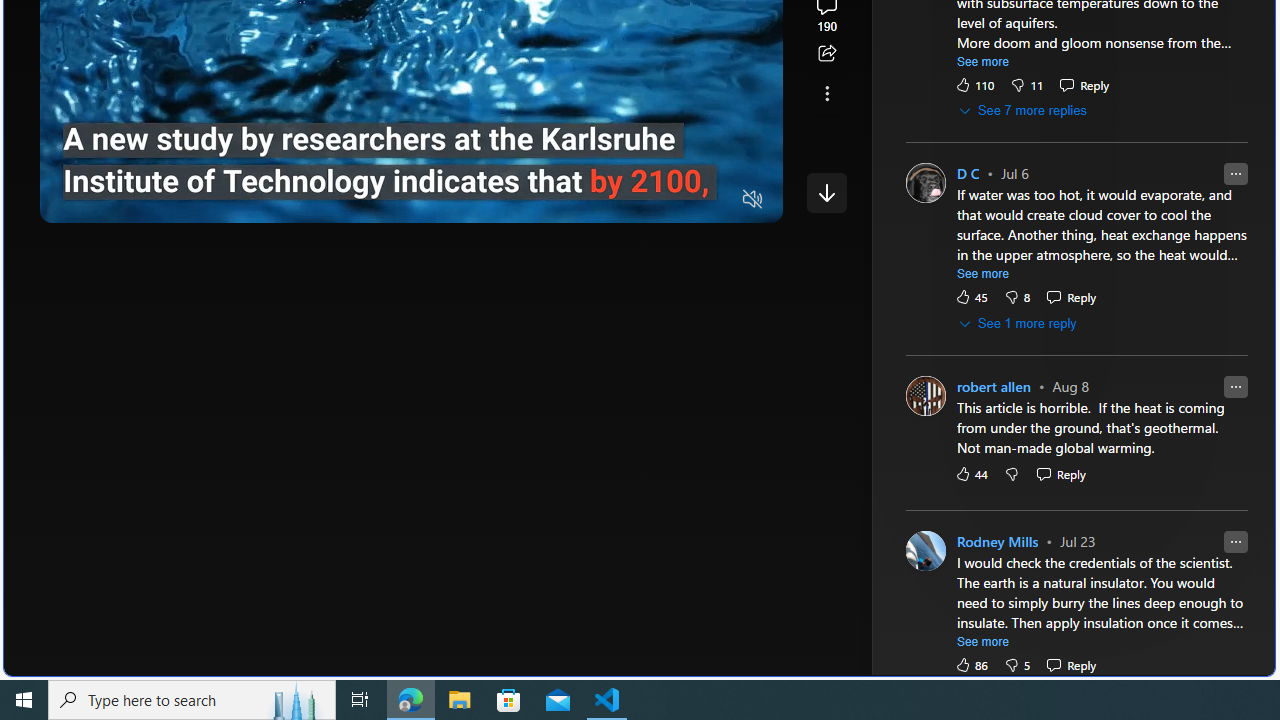  Describe the element at coordinates (968, 173) in the screenshot. I see `'D C'` at that location.